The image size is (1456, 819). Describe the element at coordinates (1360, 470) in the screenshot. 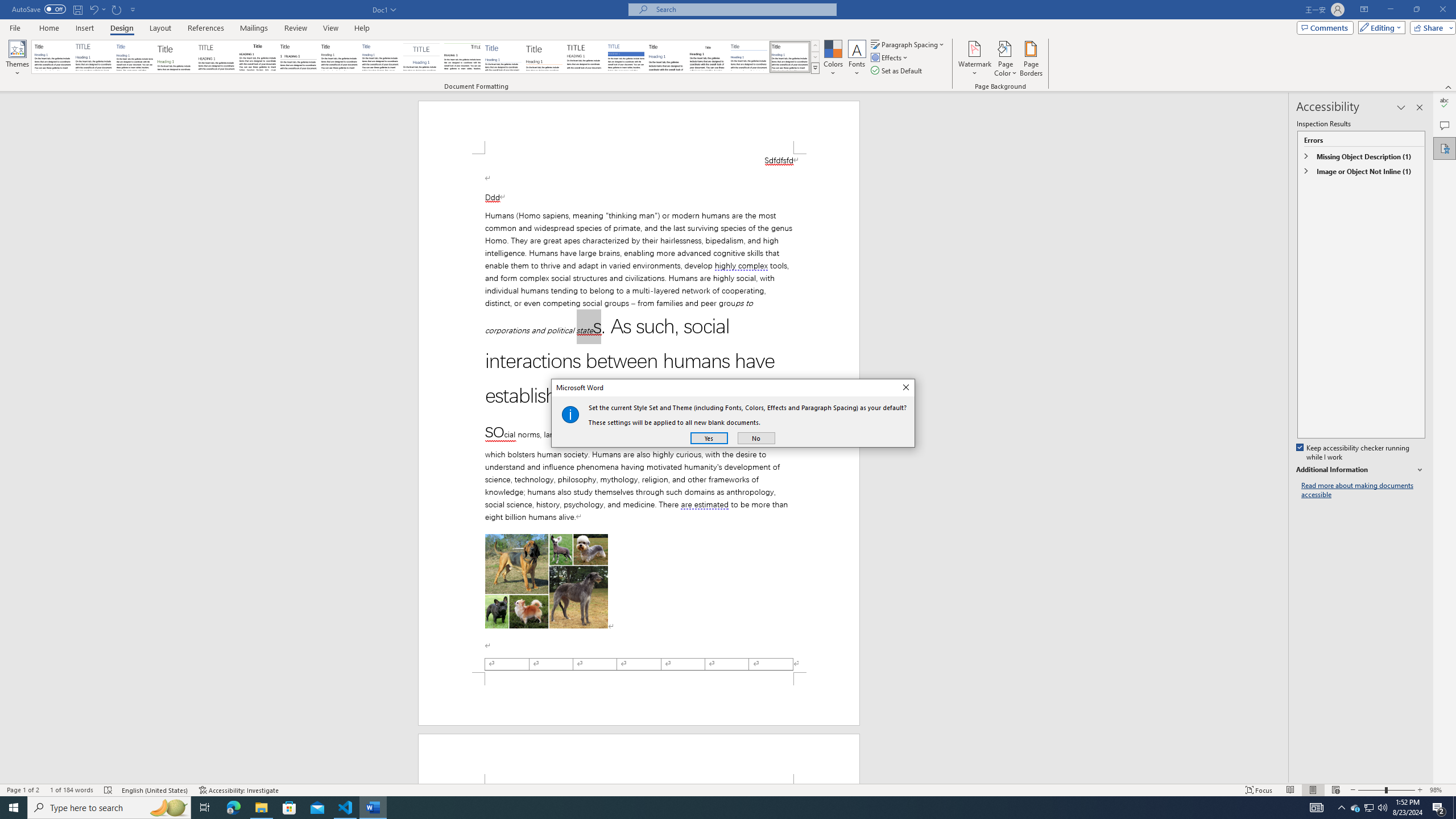

I see `'Additional Information'` at that location.